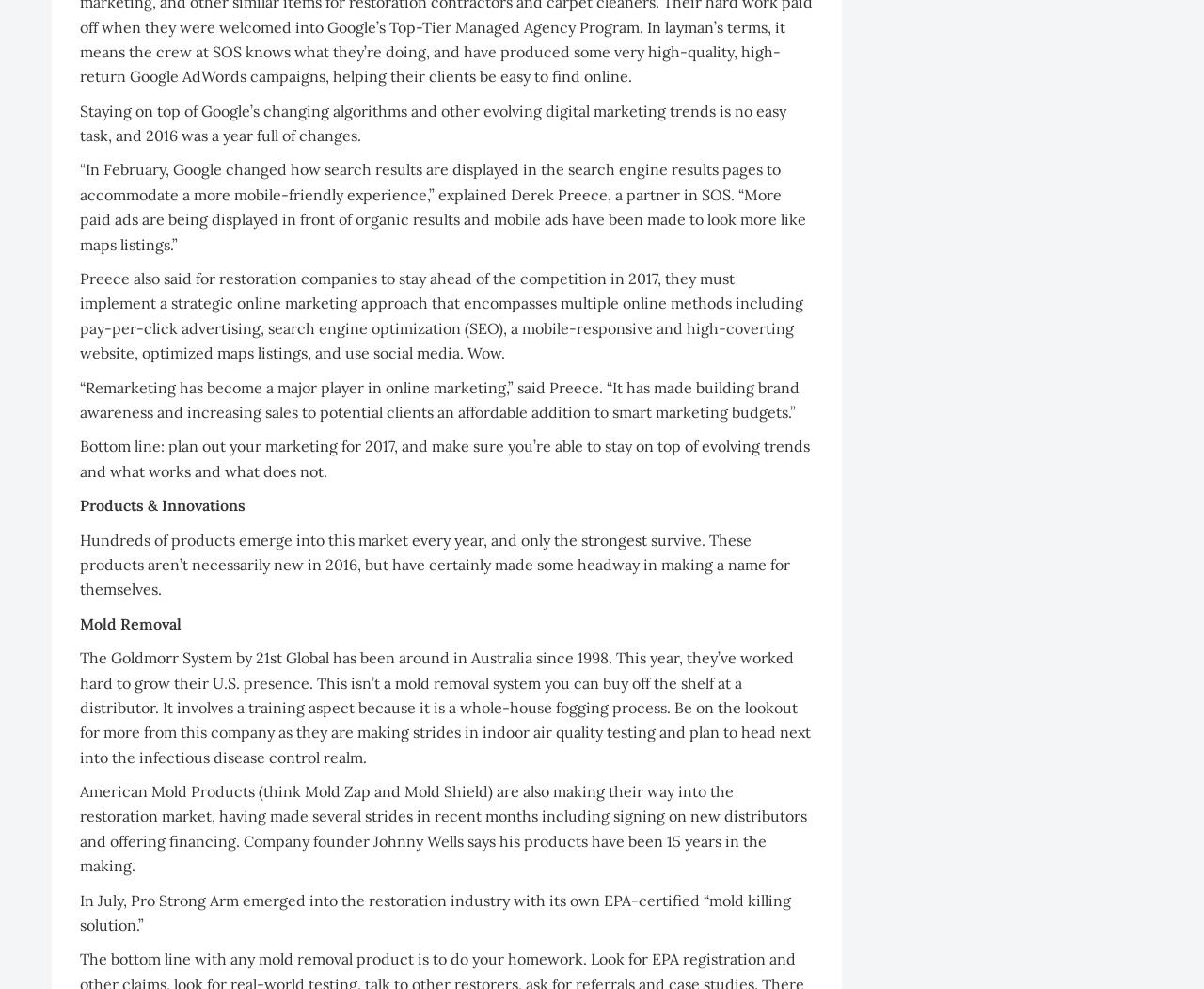 The height and width of the screenshot is (989, 1204). I want to click on '“In February, Google changed how search results are displayed in the search engine results pages to accommodate a more mobile-friendly experience,” explained Derek Preece, a partner in SOS. “More paid ads are being displayed in front of organic results and mobile ads have been made to look more like maps listings.”', so click(442, 205).